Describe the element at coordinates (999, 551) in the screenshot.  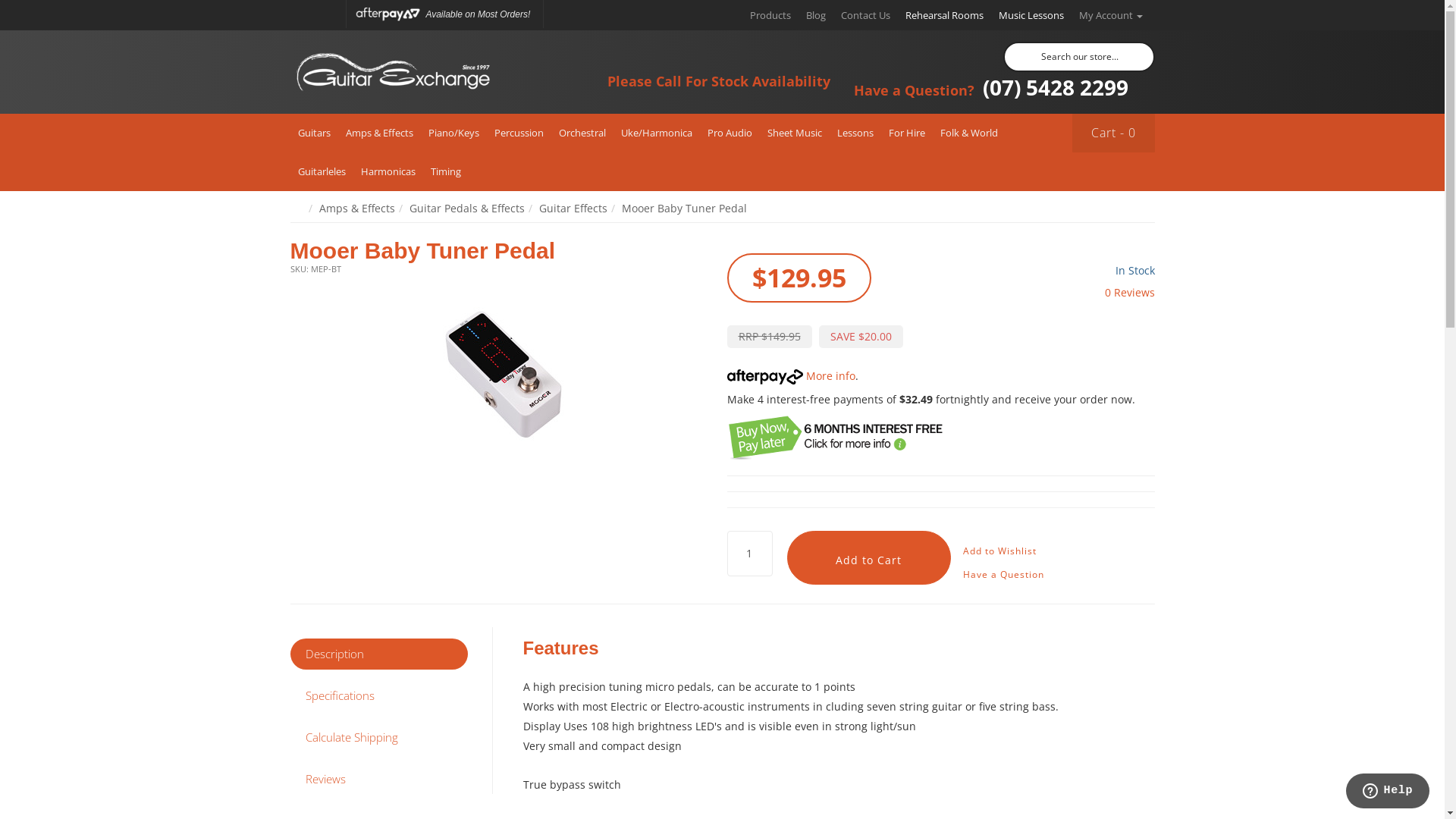
I see `'Add to Wishlist'` at that location.